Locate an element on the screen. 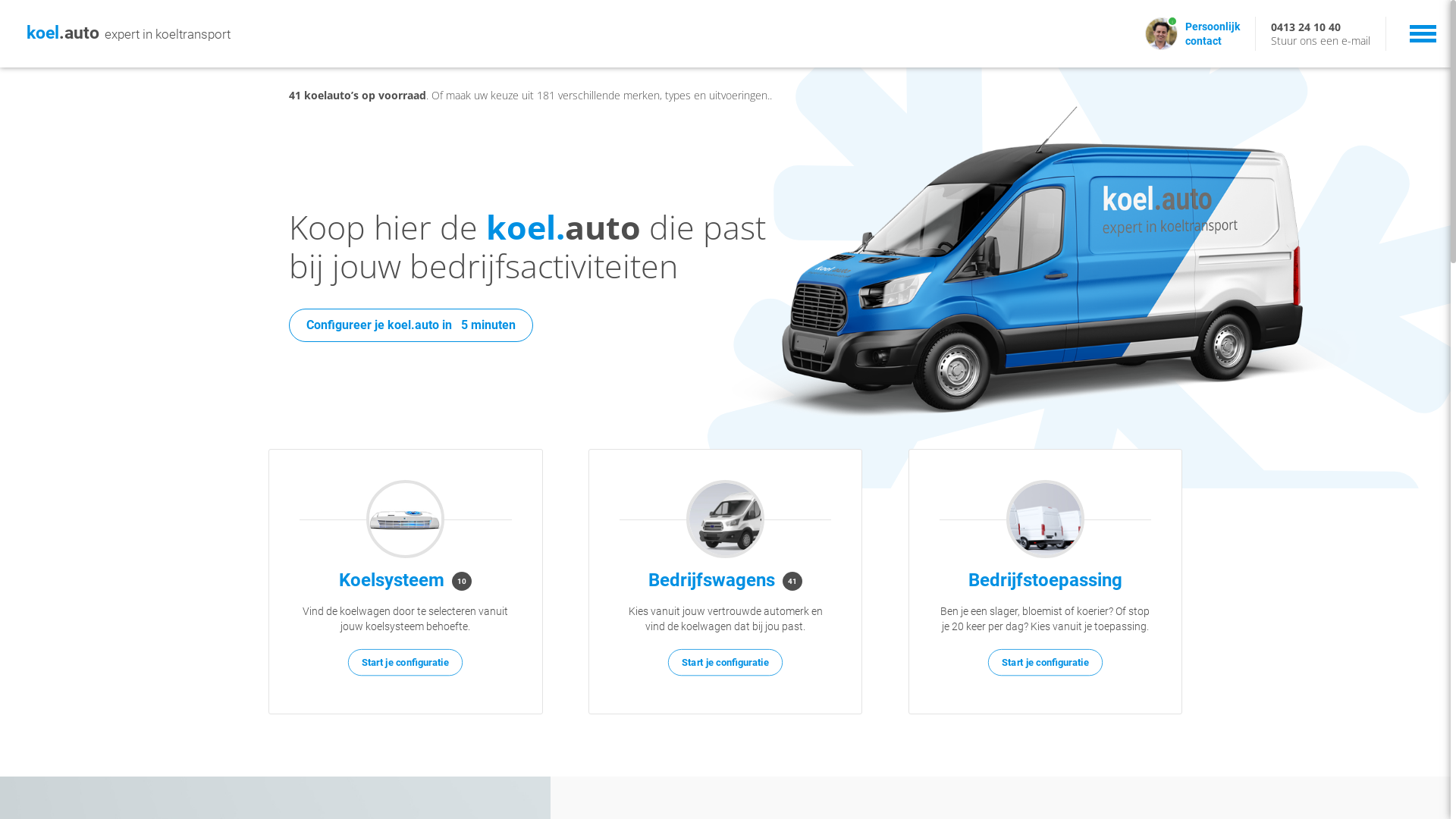  'Configureer je koel.auto in 5 minuten' is located at coordinates (410, 324).